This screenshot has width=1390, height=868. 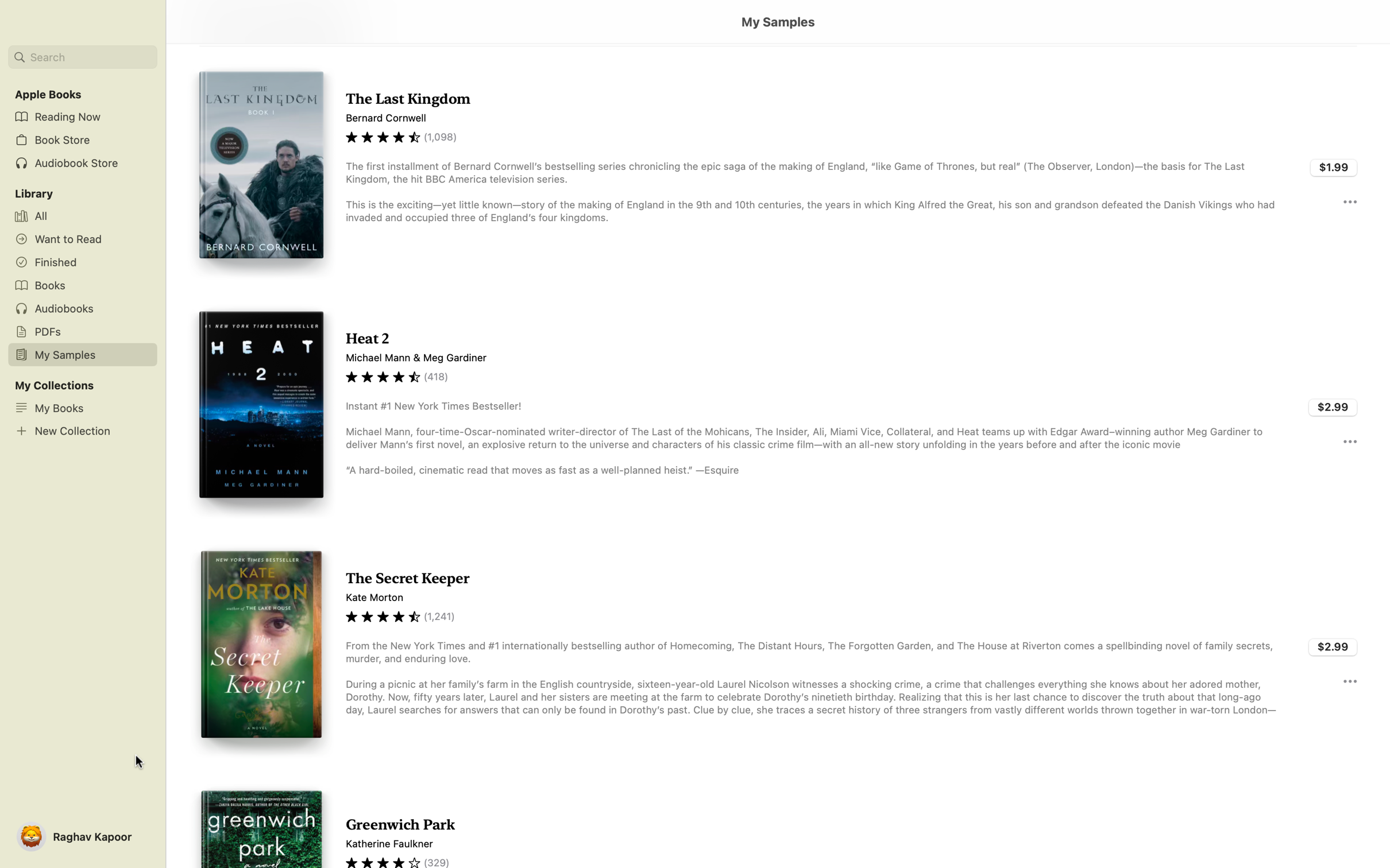 I want to click on Execute the action of reading the "Greenwich Park" sample, so click(x=777, y=818).